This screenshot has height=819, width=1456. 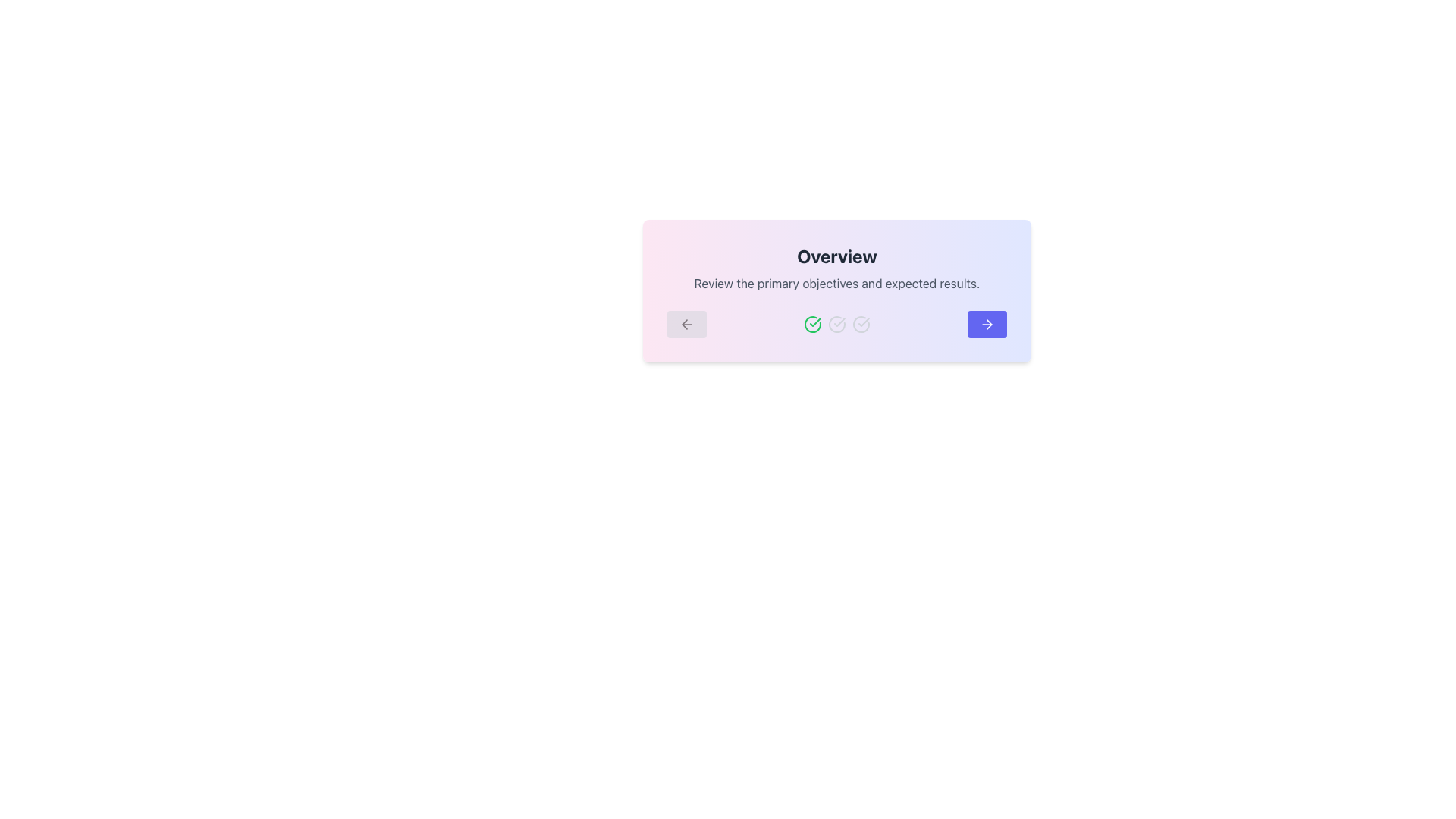 What do you see at coordinates (987, 324) in the screenshot?
I see `the right-facing arrow icon located within the purple square button at the bottom-right of the dialog box titled 'Overview'` at bounding box center [987, 324].